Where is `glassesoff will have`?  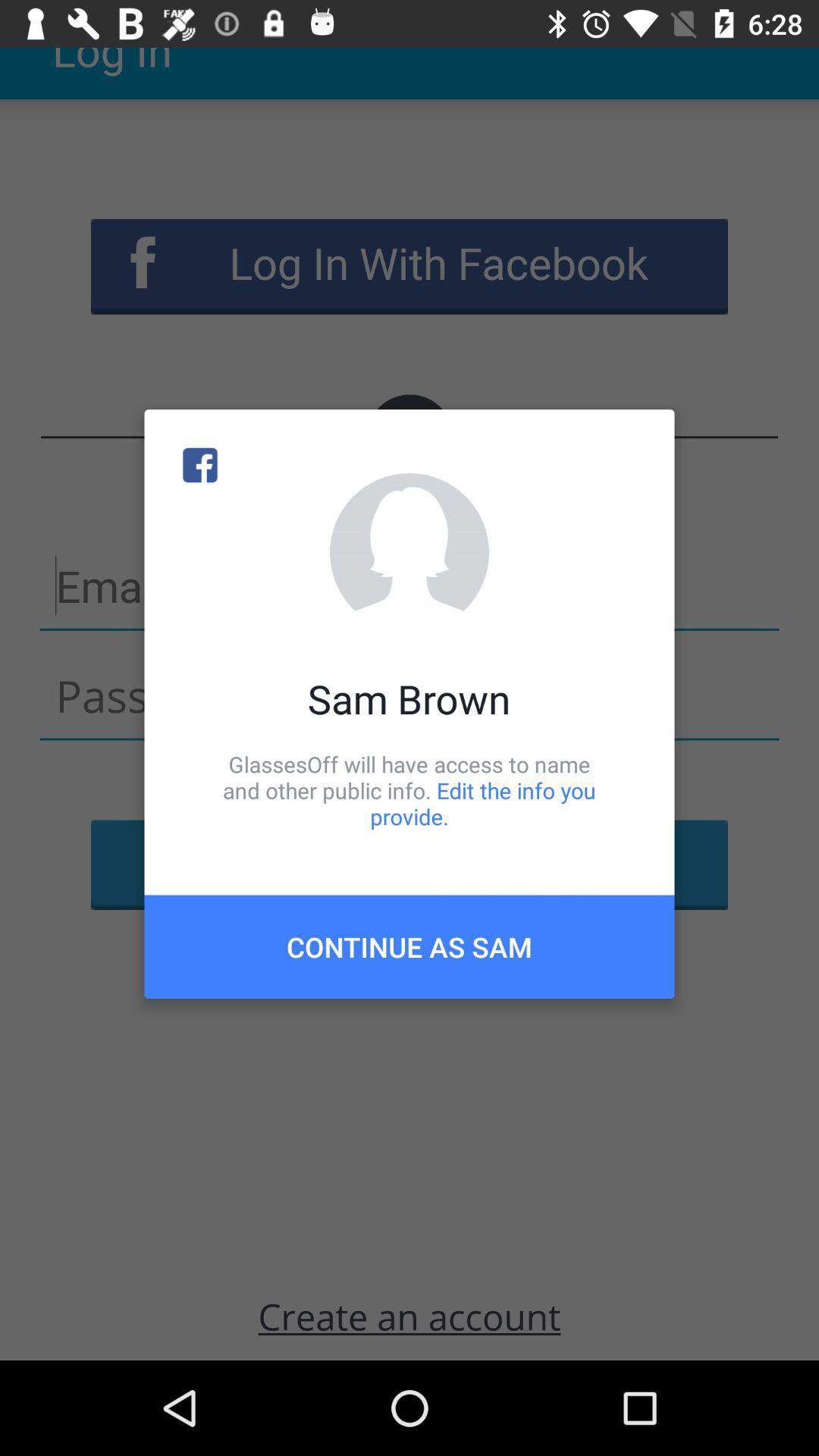 glassesoff will have is located at coordinates (409, 789).